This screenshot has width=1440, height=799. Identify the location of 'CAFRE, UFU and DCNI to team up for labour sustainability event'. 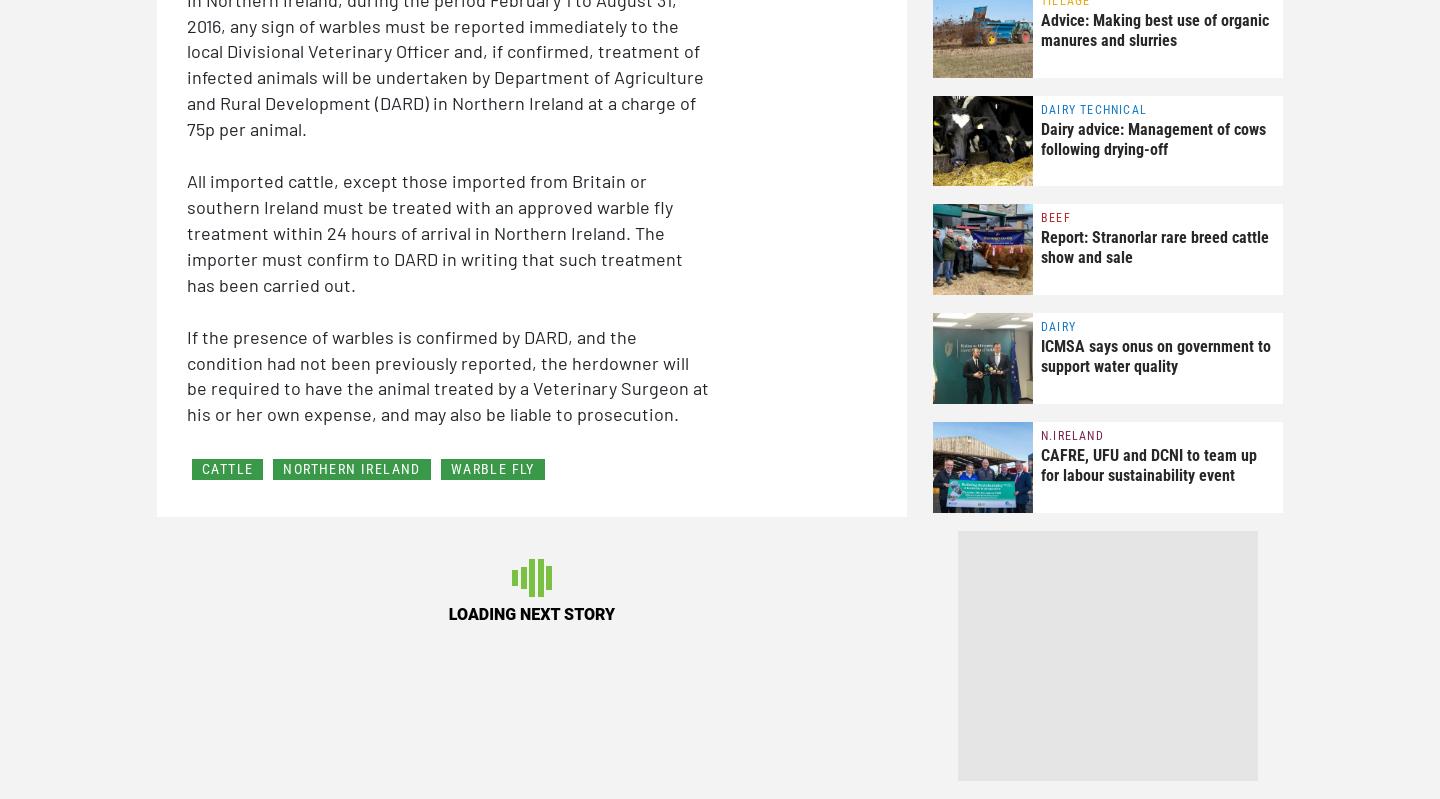
(1148, 464).